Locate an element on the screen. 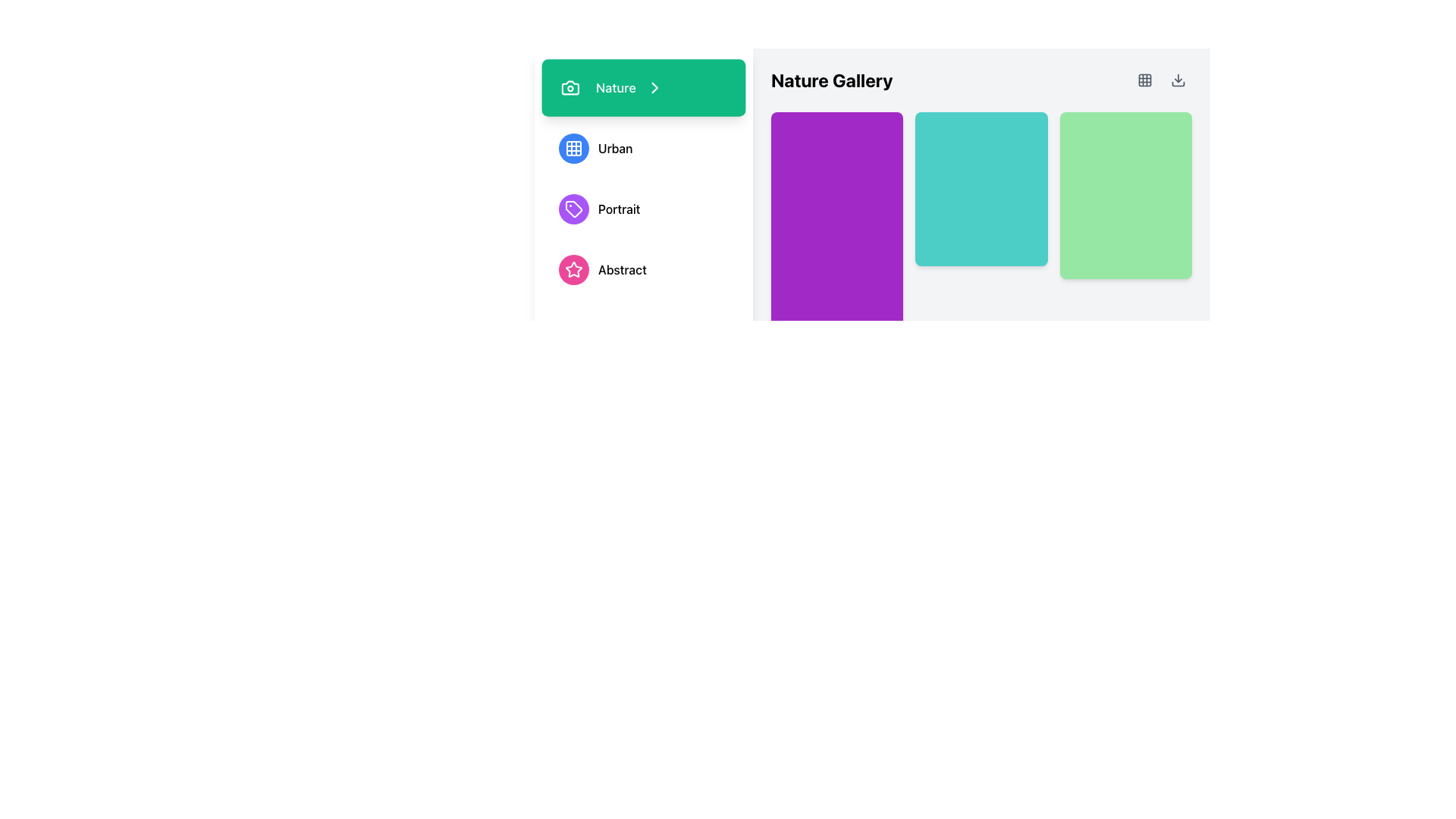 The width and height of the screenshot is (1456, 819). the fourth item in the vertical sidebar navigation menu, located below 'Portrait' and above 'Statistics' is located at coordinates (644, 268).